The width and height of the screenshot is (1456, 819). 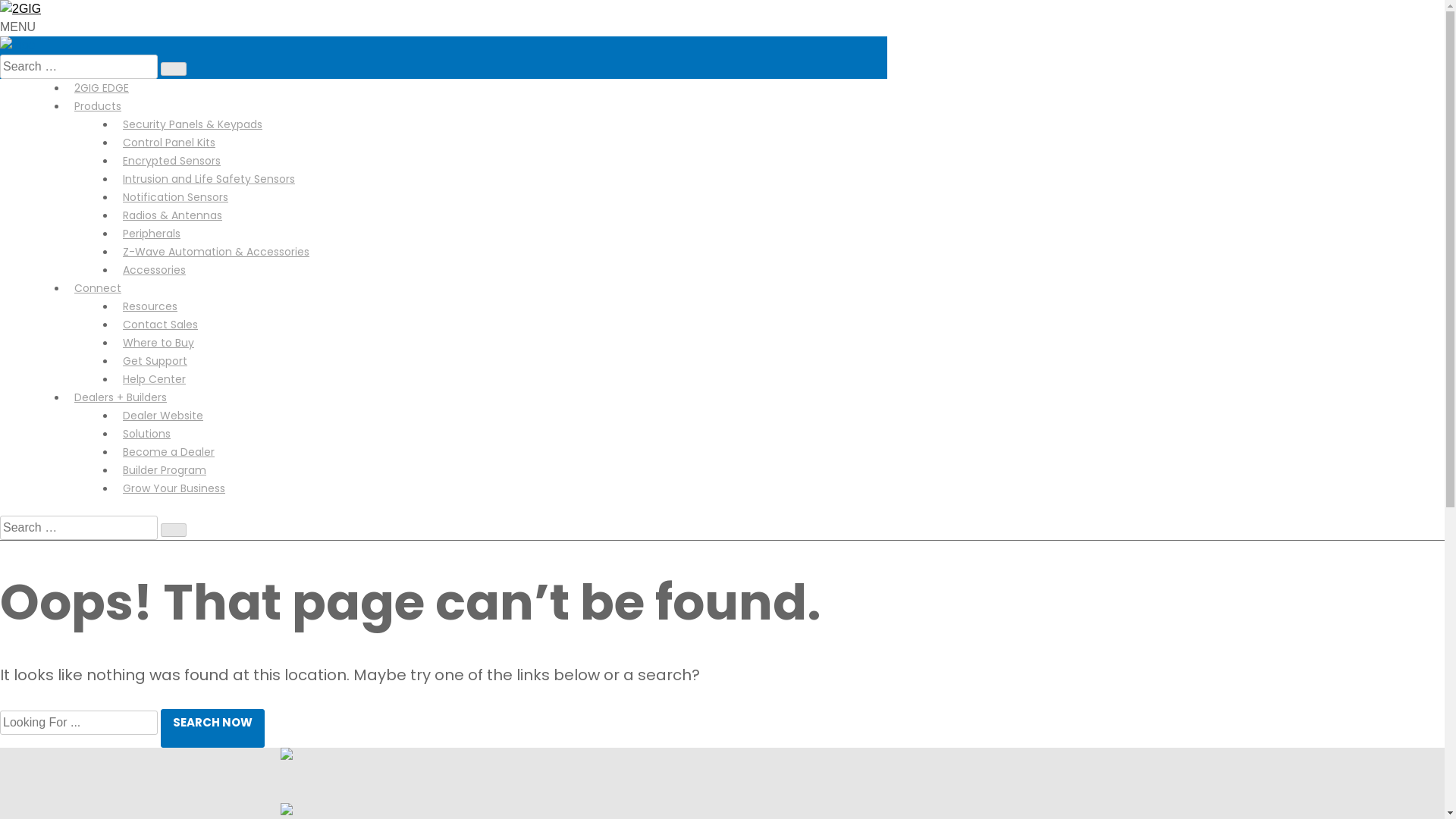 What do you see at coordinates (154, 268) in the screenshot?
I see `'Accessories'` at bounding box center [154, 268].